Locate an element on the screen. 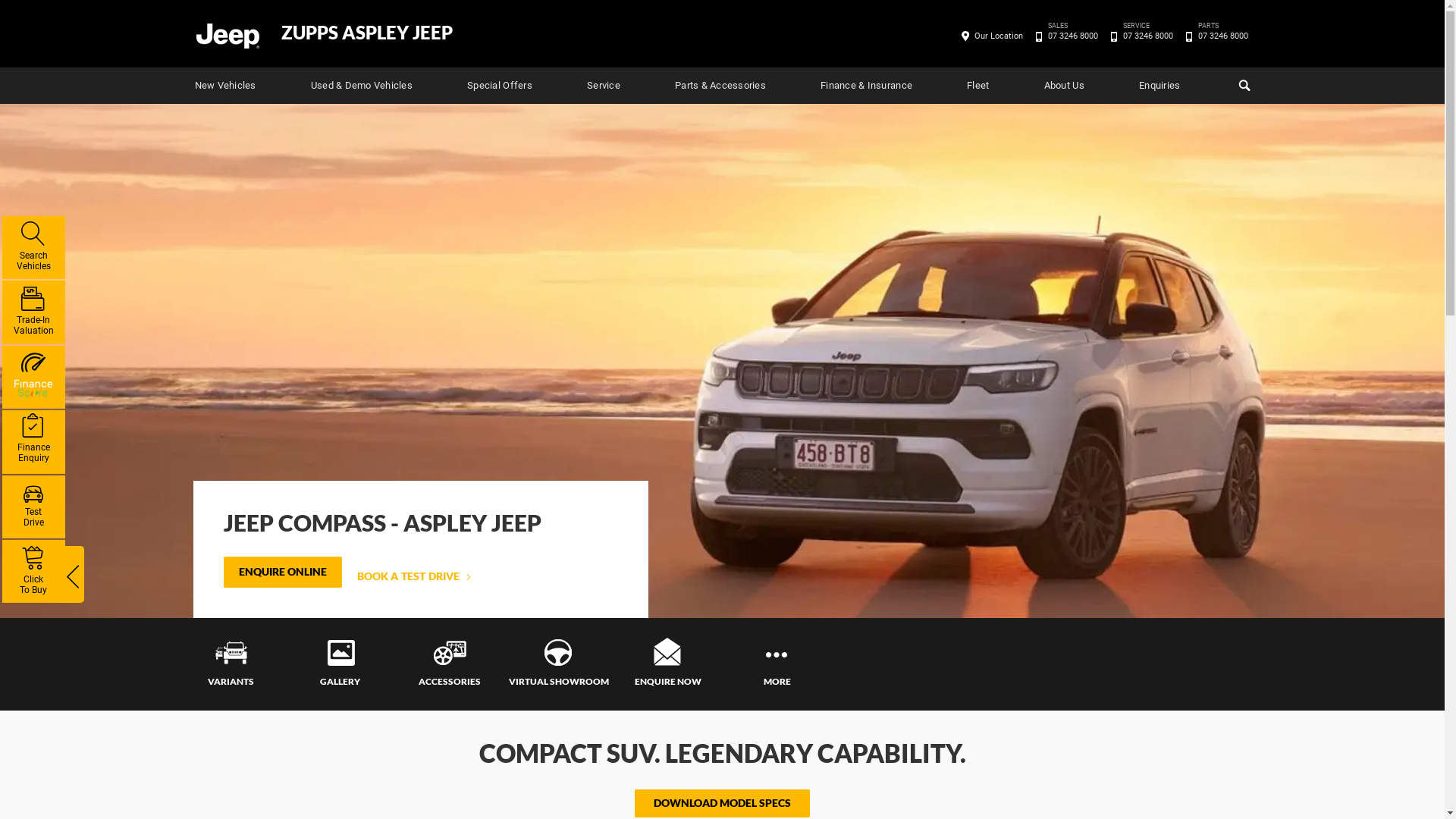 Image resolution: width=1456 pixels, height=819 pixels. 'VARIANTS' is located at coordinates (229, 663).